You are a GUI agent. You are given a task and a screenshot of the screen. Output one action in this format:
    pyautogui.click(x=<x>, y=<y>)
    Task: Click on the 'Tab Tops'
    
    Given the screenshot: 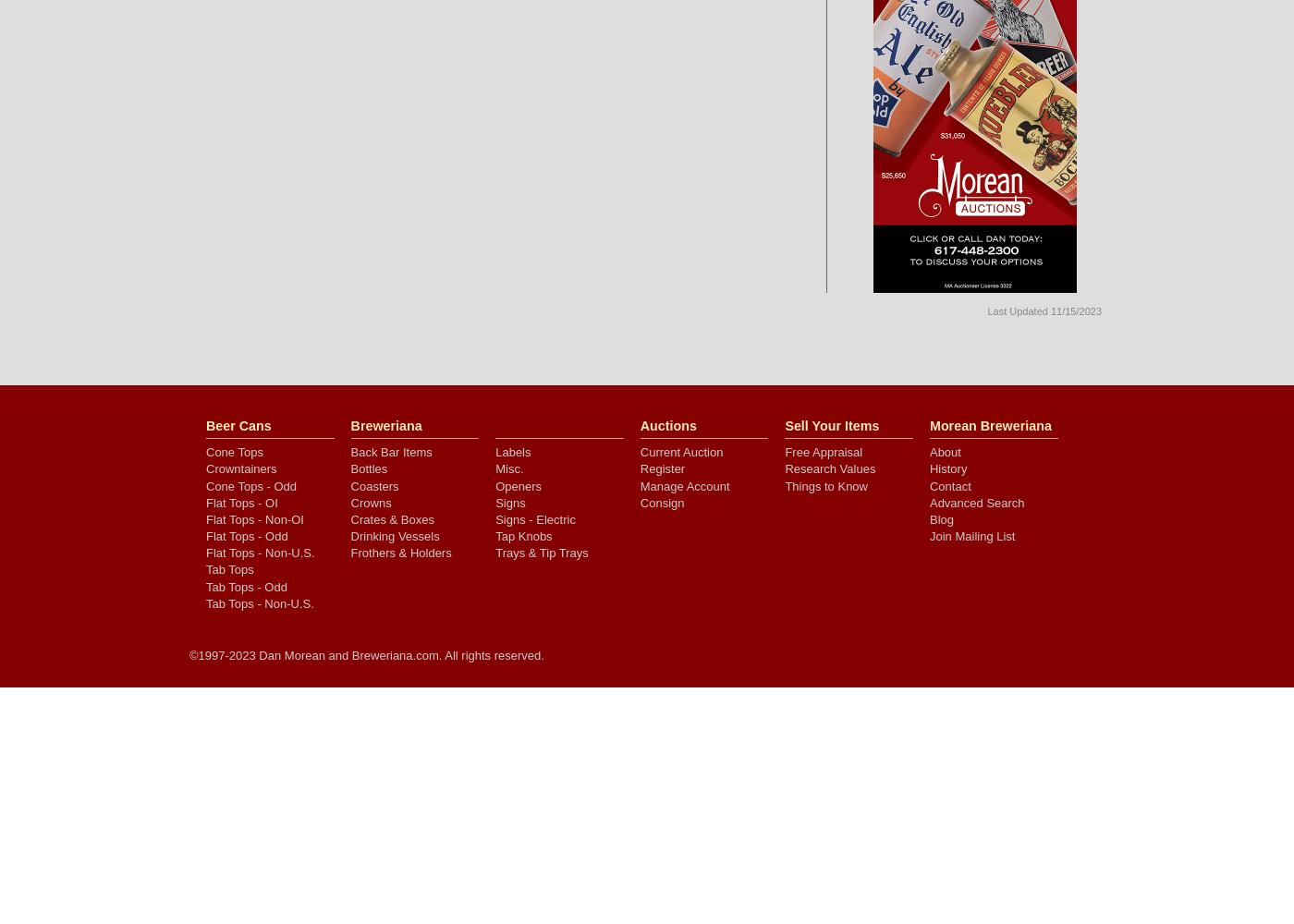 What is the action you would take?
    pyautogui.click(x=206, y=568)
    